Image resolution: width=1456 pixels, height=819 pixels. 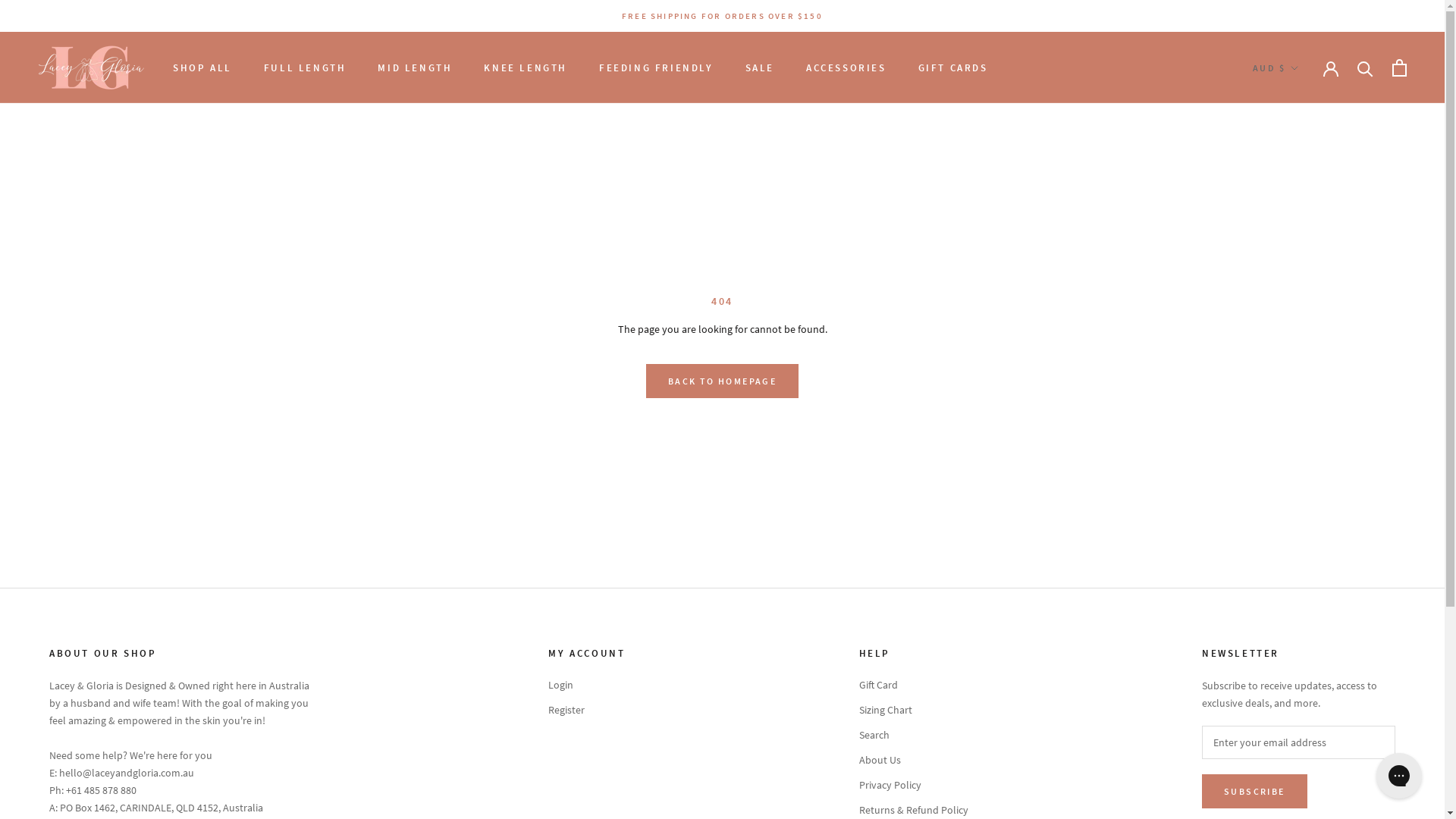 What do you see at coordinates (598, 67) in the screenshot?
I see `'FEEDING FRIENDLY` at bounding box center [598, 67].